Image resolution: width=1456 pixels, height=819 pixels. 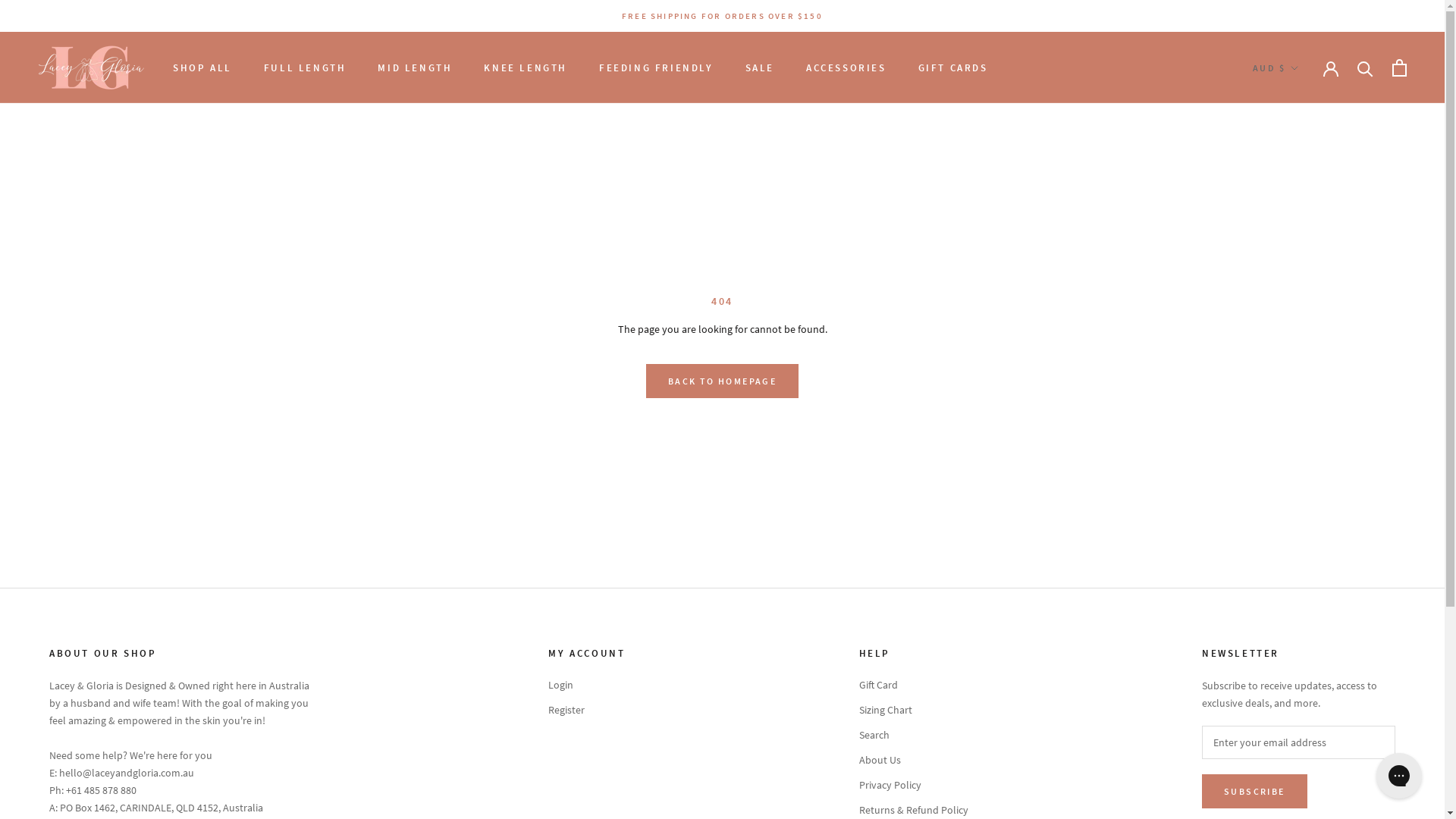 What do you see at coordinates (598, 67) in the screenshot?
I see `'FEEDING FRIENDLY` at bounding box center [598, 67].